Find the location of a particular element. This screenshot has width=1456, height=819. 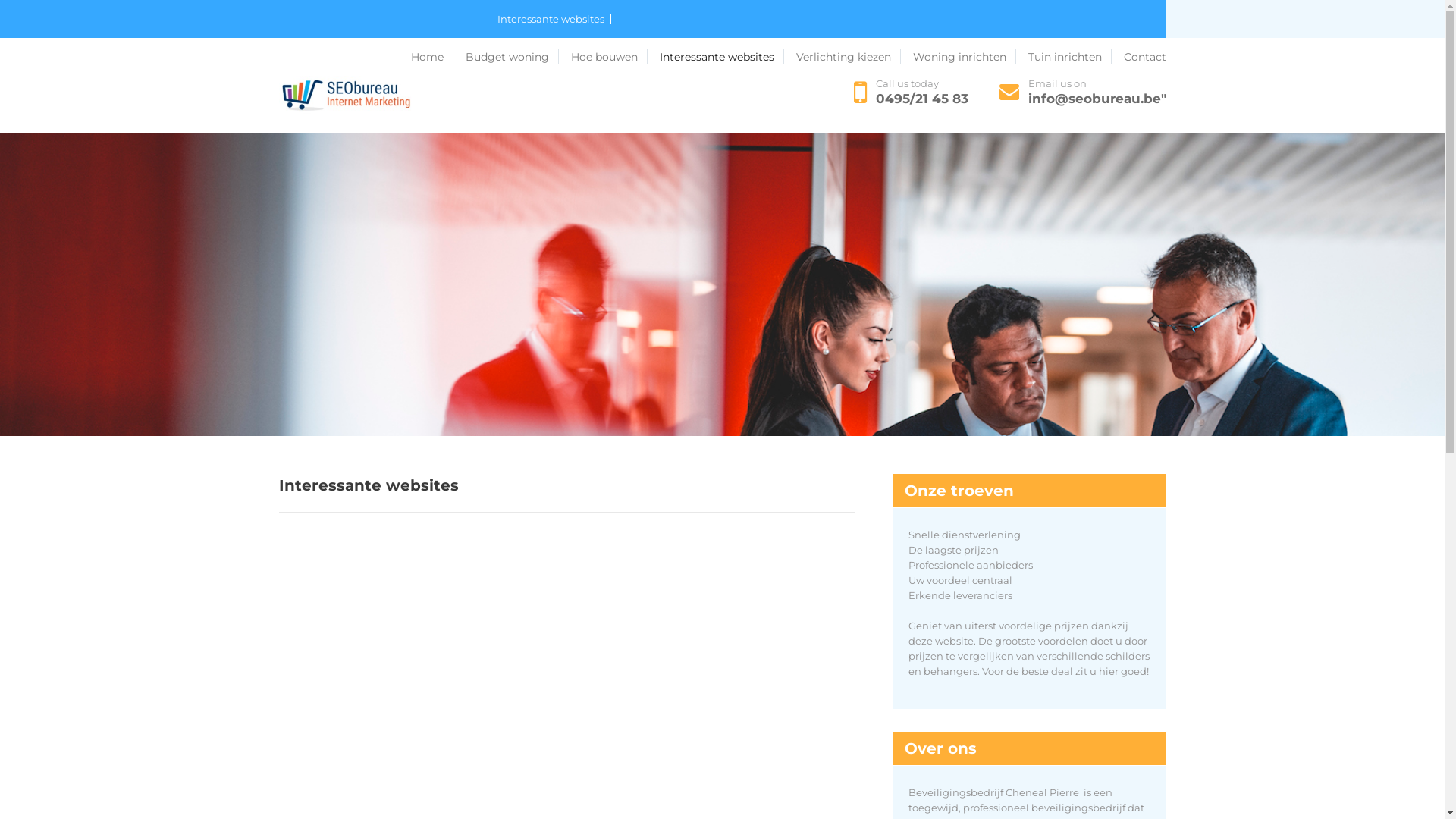

'Hoe bouwen' is located at coordinates (453, 56).